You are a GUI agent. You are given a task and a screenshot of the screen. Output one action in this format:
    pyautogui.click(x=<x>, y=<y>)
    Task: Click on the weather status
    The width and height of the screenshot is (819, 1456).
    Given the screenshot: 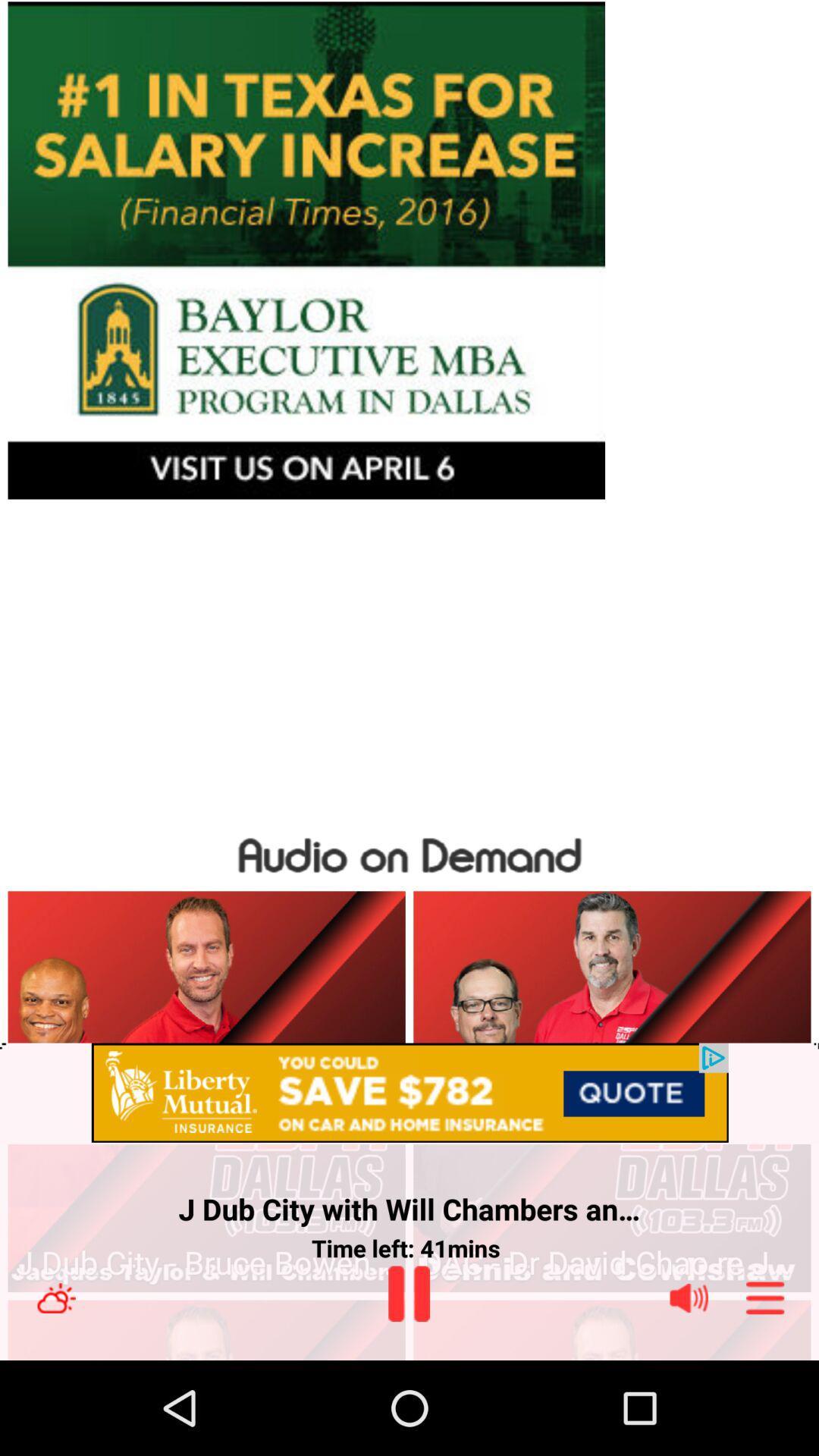 What is the action you would take?
    pyautogui.click(x=55, y=1297)
    